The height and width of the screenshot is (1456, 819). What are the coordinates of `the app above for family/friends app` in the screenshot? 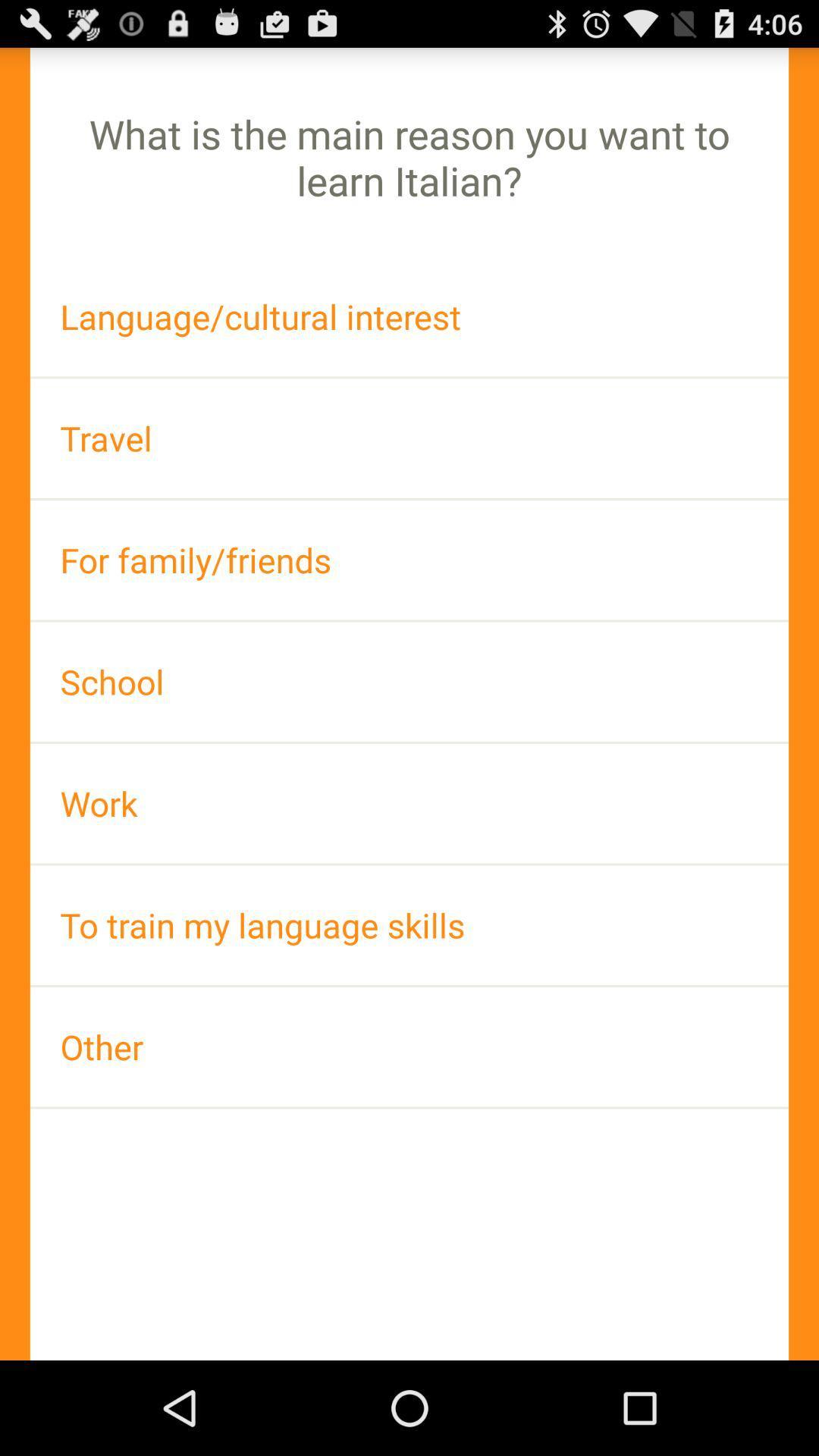 It's located at (409, 438).